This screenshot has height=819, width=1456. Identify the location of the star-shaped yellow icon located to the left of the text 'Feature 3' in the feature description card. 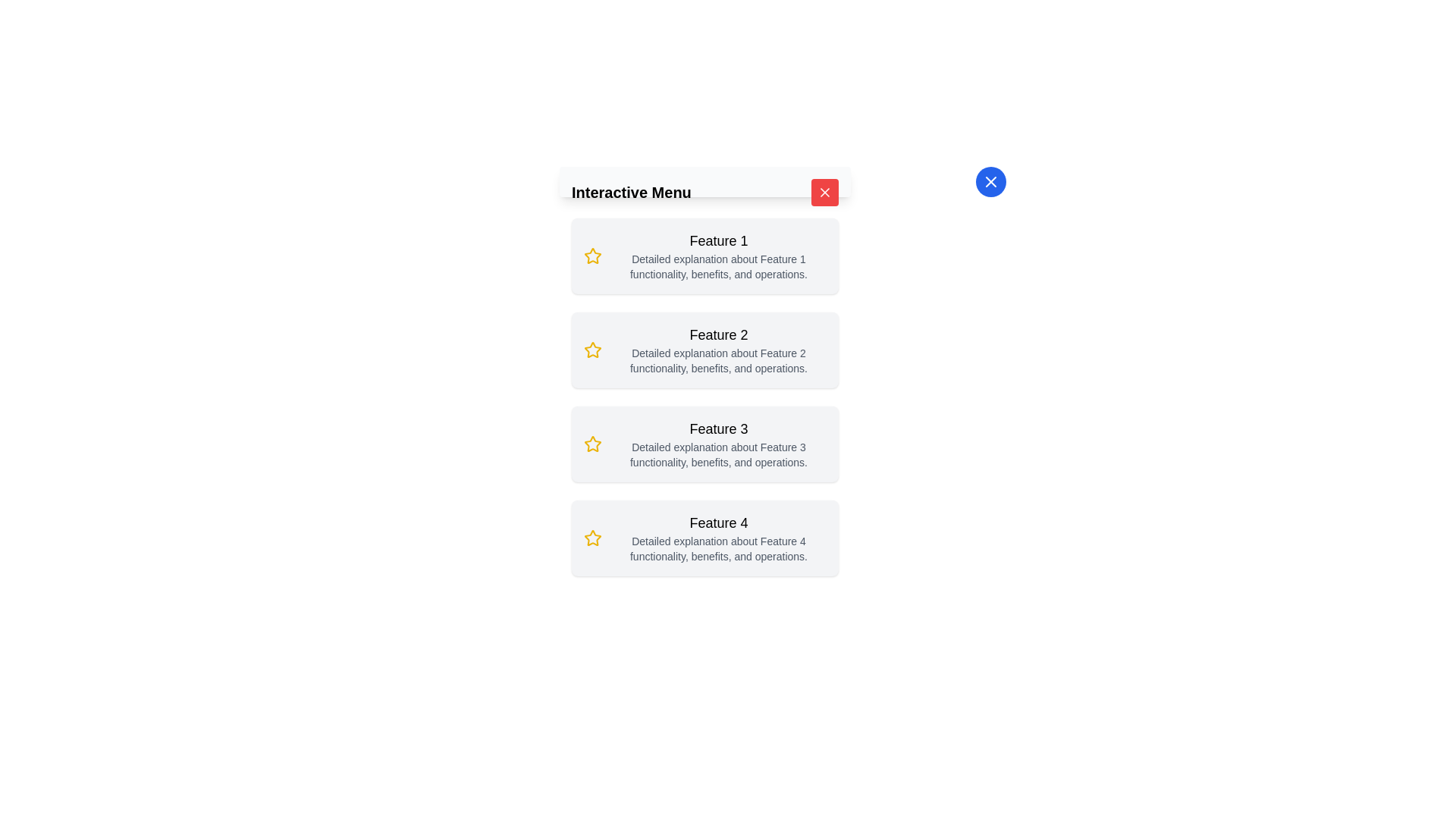
(592, 444).